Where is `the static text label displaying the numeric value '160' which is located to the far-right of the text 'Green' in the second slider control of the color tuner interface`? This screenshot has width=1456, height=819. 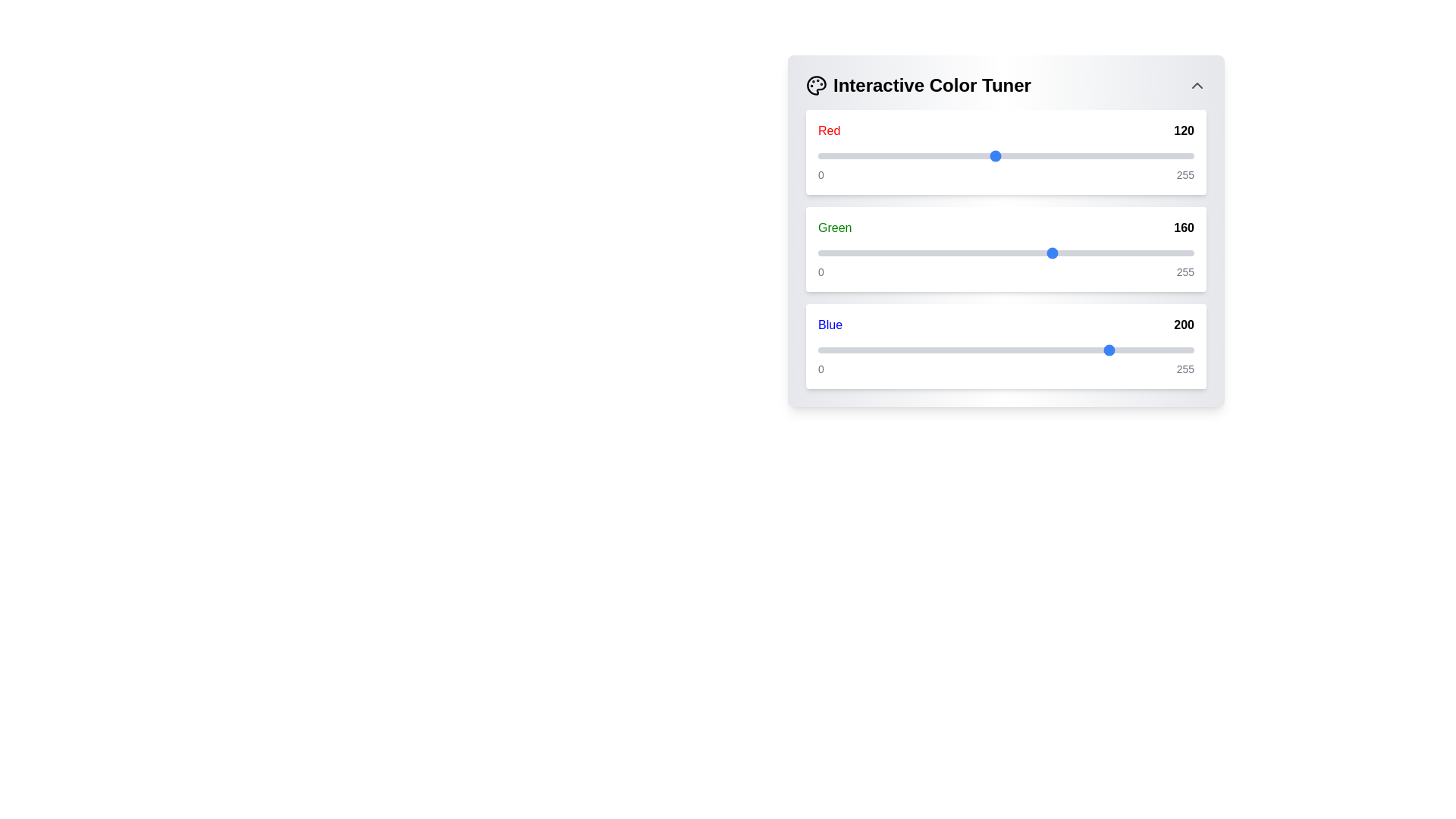 the static text label displaying the numeric value '160' which is located to the far-right of the text 'Green' in the second slider control of the color tuner interface is located at coordinates (1183, 227).